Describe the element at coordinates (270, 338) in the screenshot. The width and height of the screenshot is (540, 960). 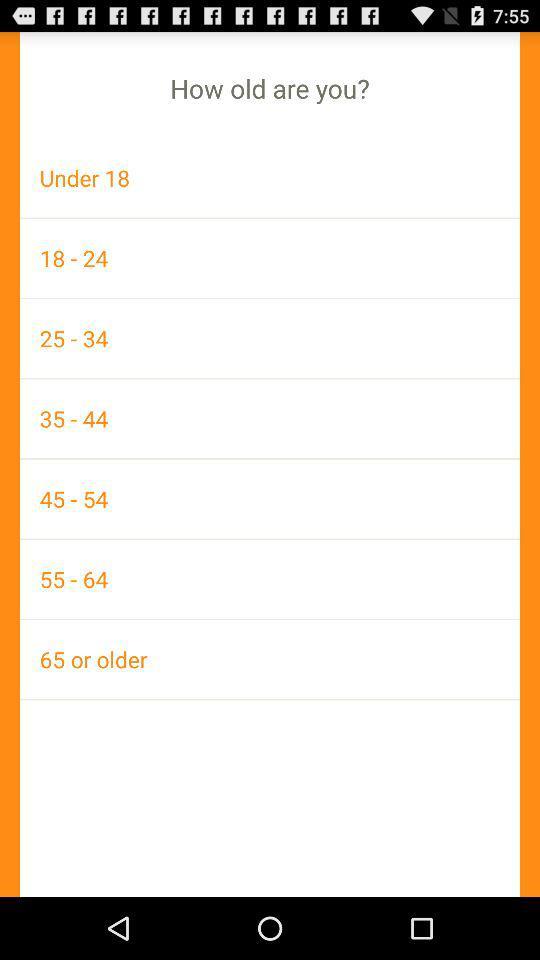
I see `icon above 35 - 44 icon` at that location.